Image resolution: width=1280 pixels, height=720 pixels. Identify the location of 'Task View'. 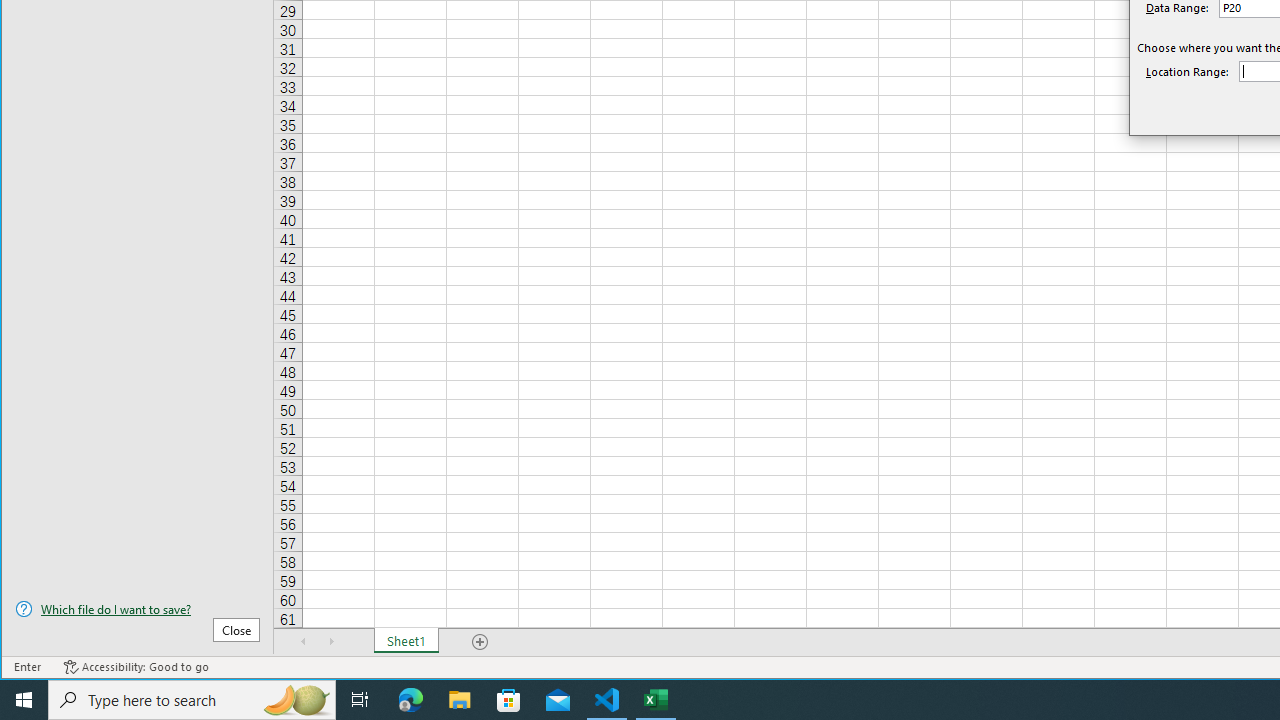
(359, 698).